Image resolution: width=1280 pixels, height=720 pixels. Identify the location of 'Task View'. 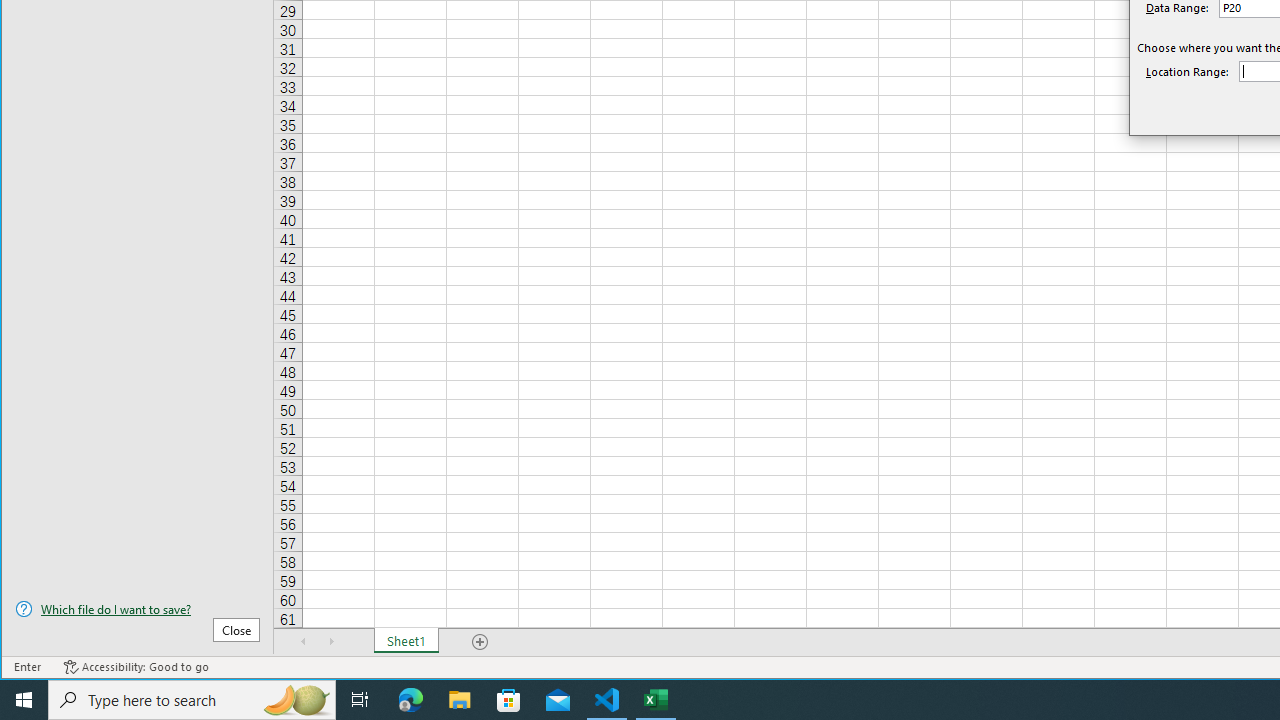
(359, 698).